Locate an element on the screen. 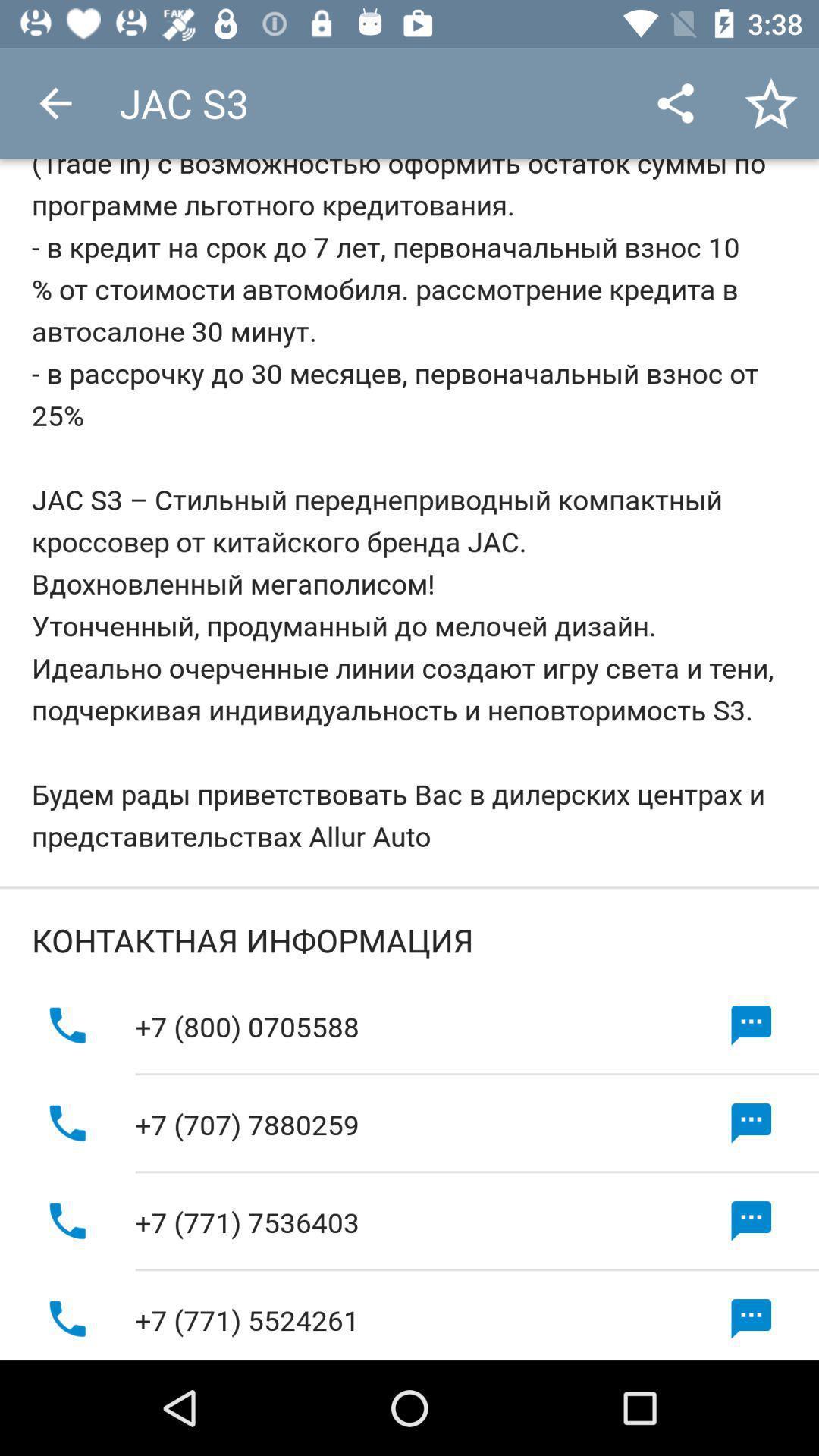 This screenshot has width=819, height=1456. the icon to the left of jac s3 is located at coordinates (55, 102).